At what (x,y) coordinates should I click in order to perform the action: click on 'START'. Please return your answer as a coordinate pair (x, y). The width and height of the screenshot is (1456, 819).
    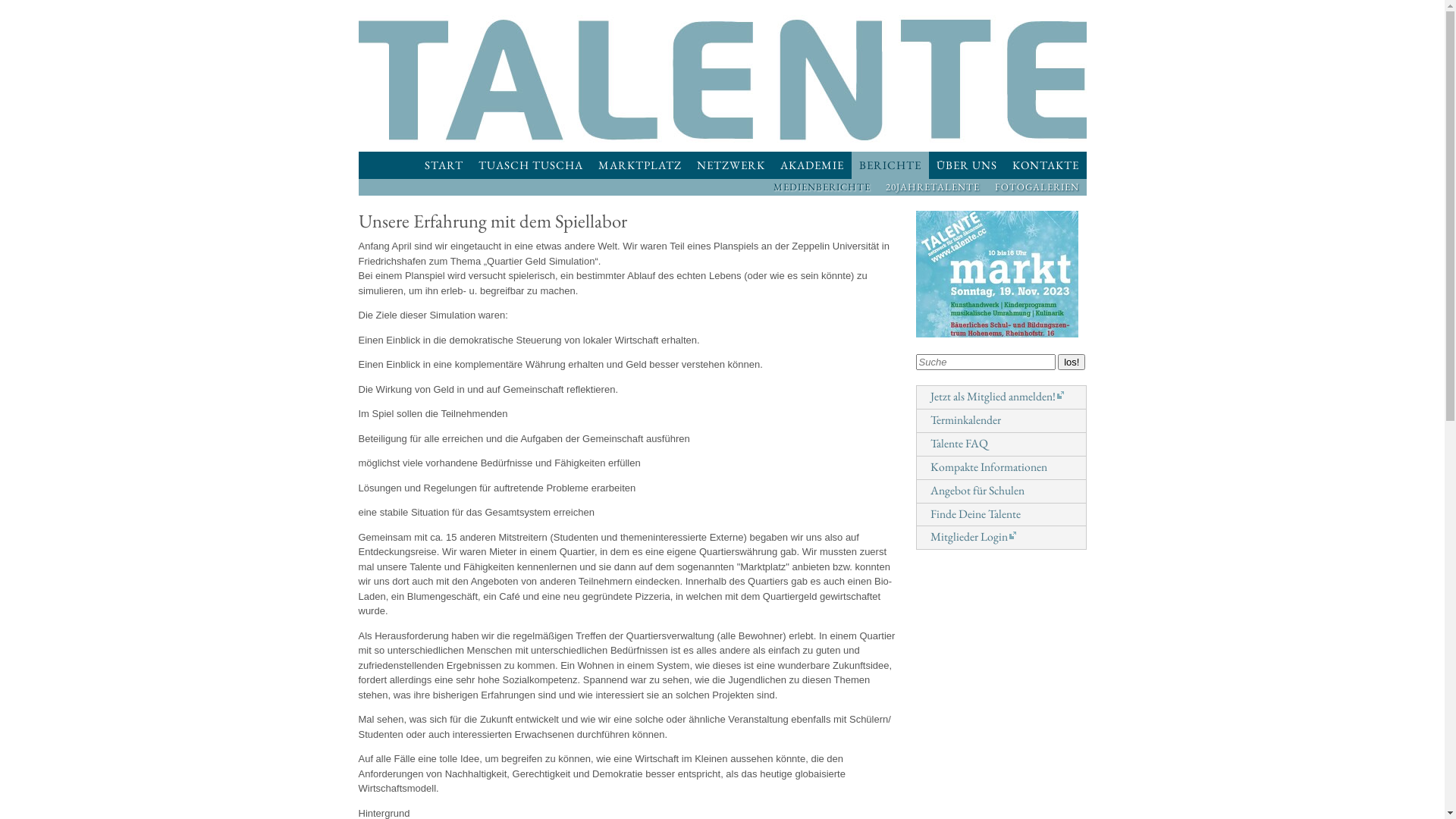
    Looking at the image, I should click on (443, 165).